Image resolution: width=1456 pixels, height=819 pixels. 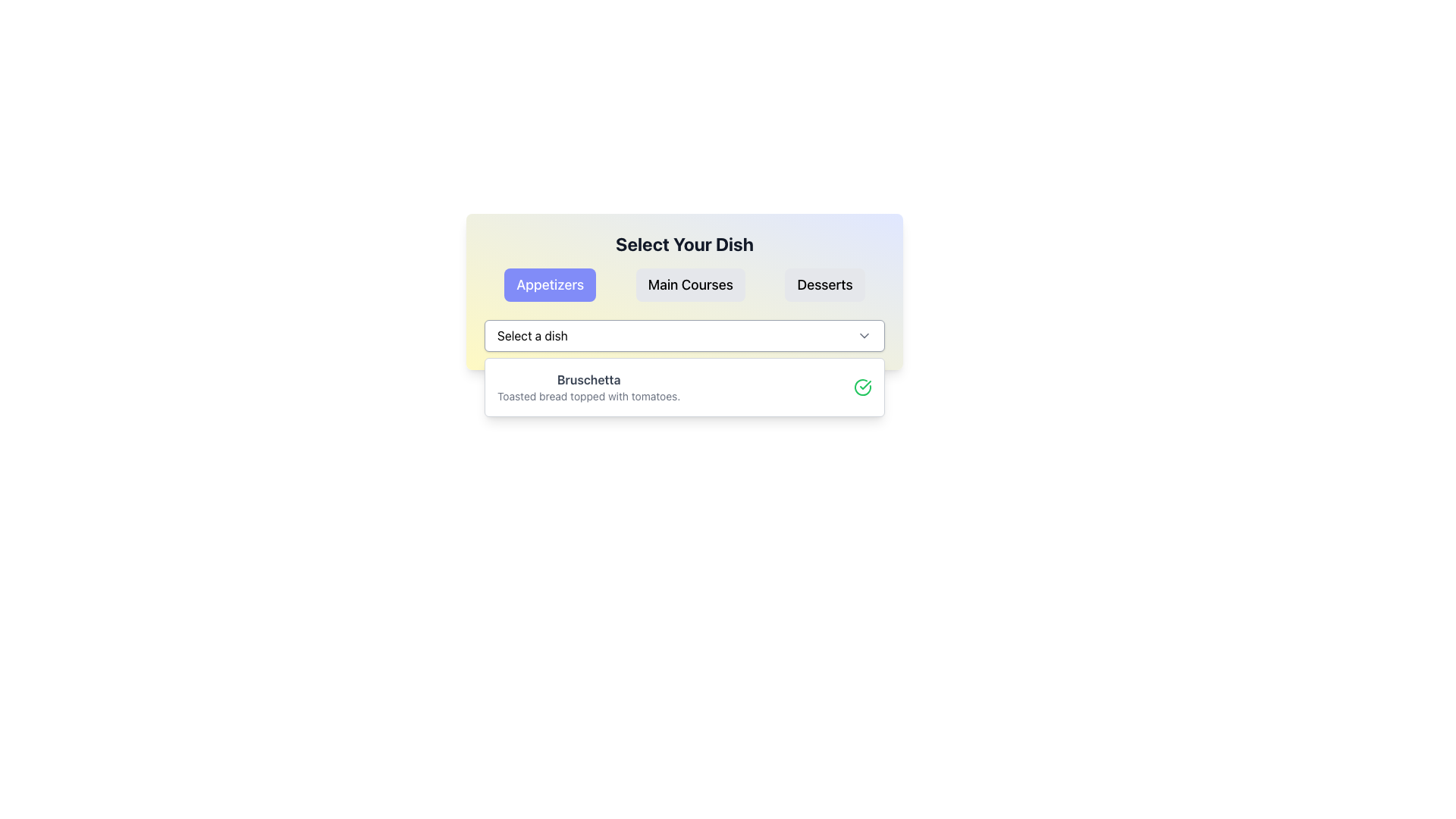 I want to click on the 'Desserts' button, which is a rectangular button with rounded corners, a light gray background, and bold black text, so click(x=824, y=284).